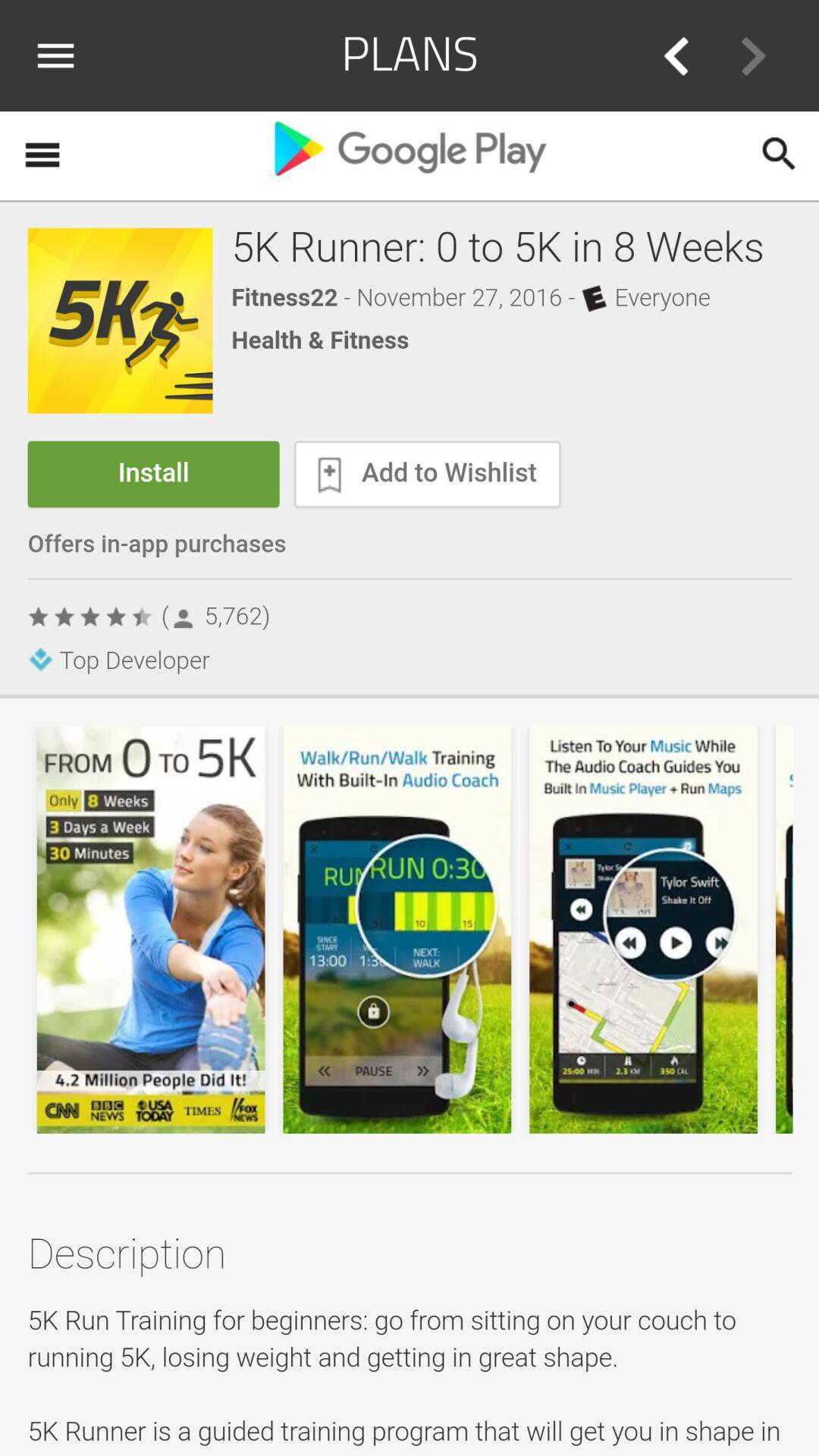  I want to click on go forward, so click(753, 55).